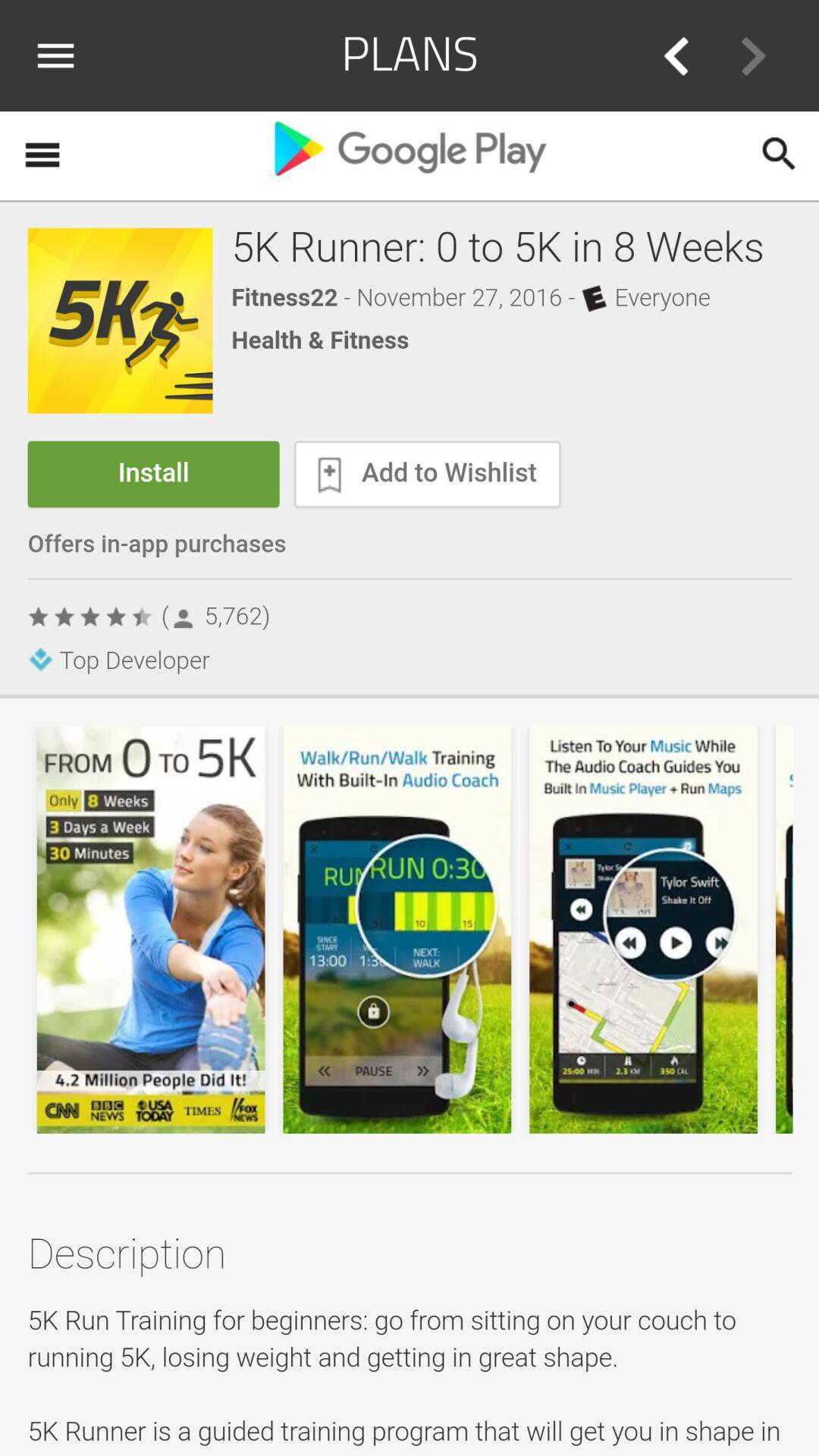  I want to click on go forward, so click(753, 55).